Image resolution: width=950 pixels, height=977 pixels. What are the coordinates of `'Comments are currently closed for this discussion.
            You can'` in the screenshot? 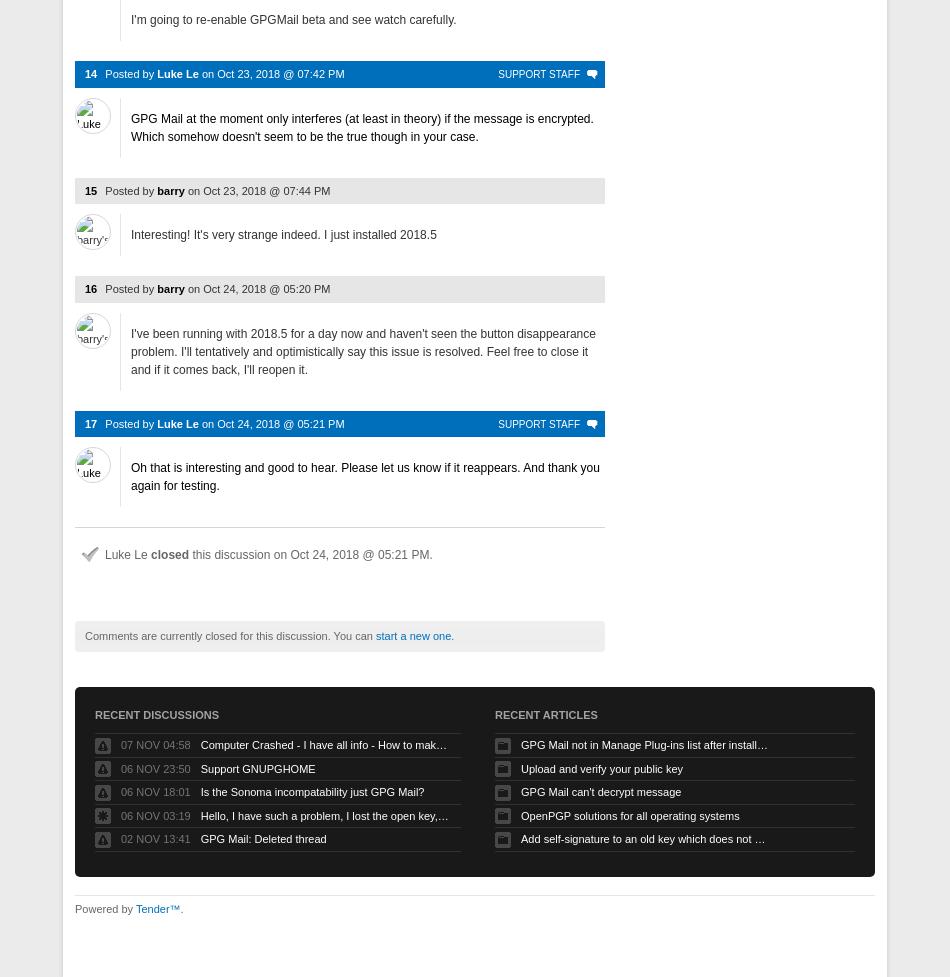 It's located at (230, 635).